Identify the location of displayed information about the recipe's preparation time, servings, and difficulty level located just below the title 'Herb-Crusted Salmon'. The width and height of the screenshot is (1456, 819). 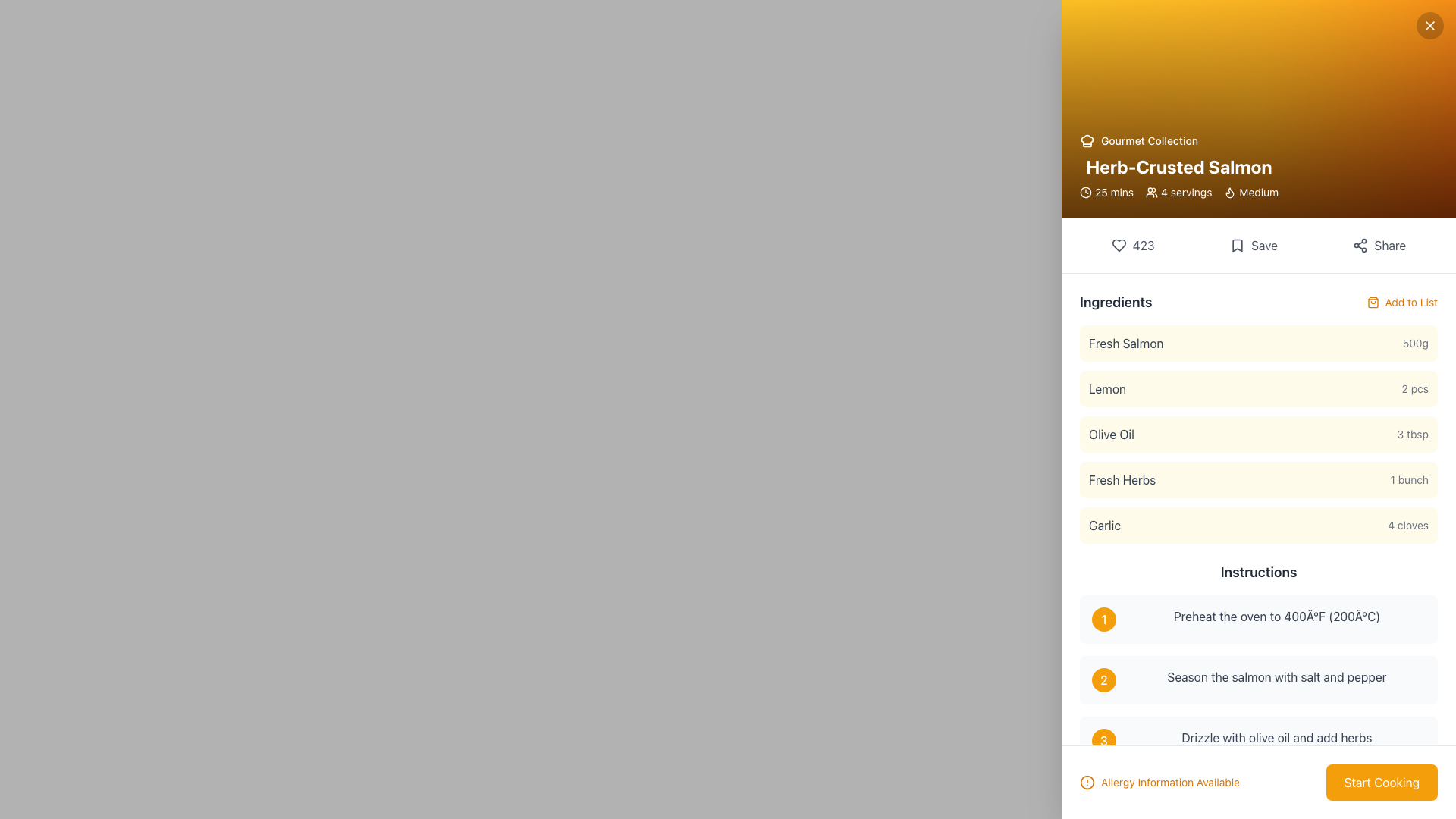
(1178, 192).